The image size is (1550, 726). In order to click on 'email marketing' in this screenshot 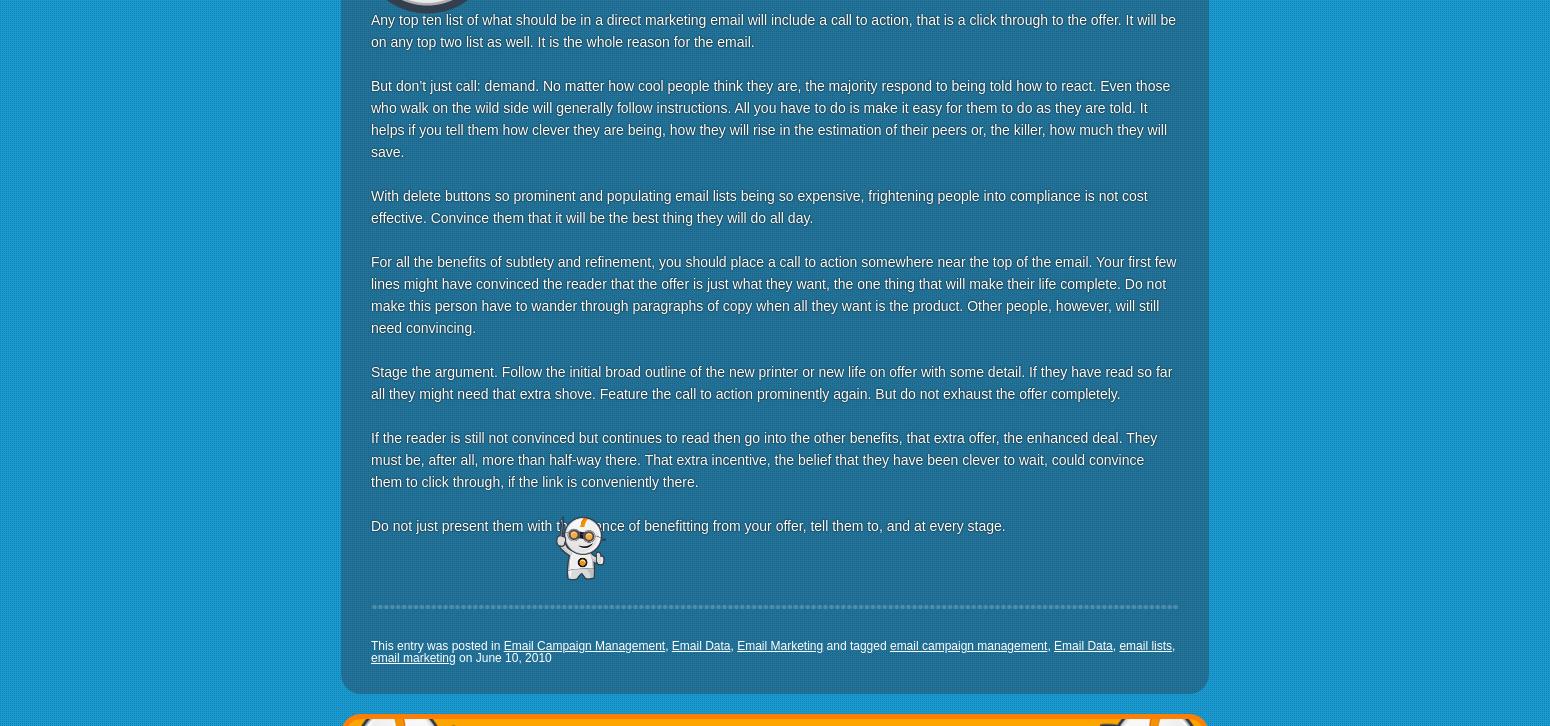, I will do `click(413, 656)`.